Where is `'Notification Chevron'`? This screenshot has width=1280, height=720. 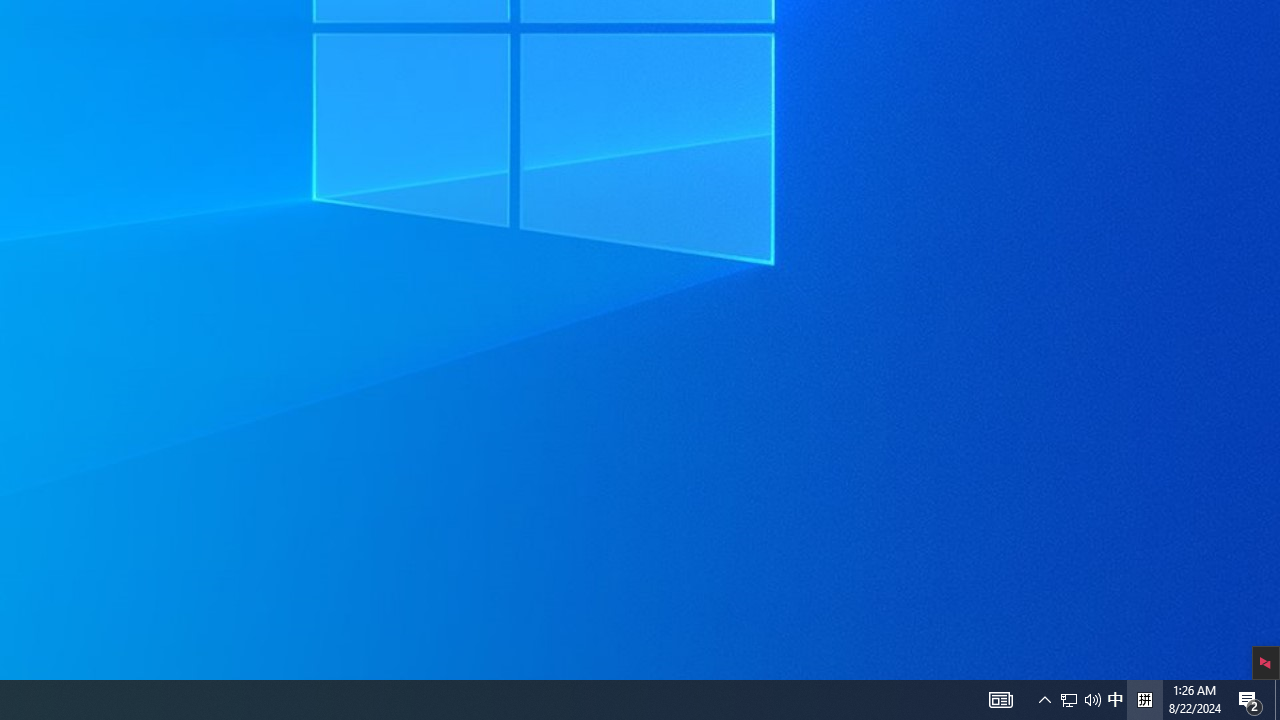
'Notification Chevron' is located at coordinates (1044, 698).